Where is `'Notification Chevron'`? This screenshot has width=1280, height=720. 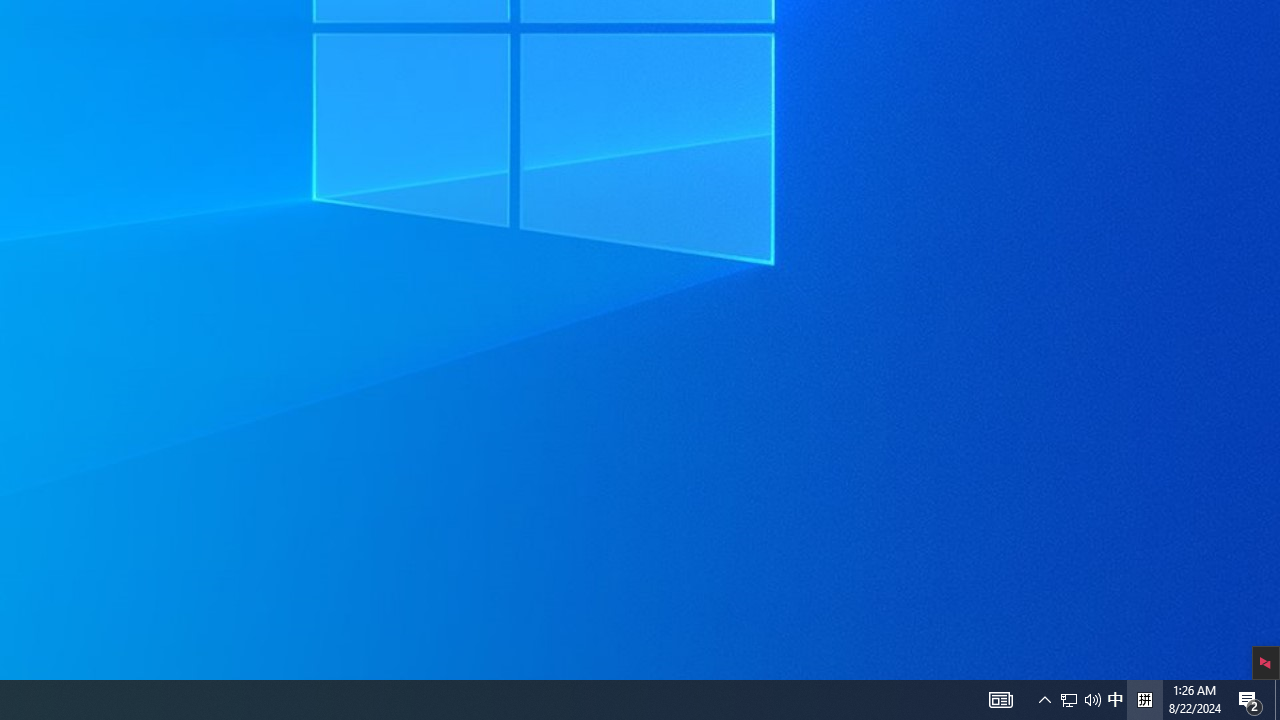
'Notification Chevron' is located at coordinates (1044, 698).